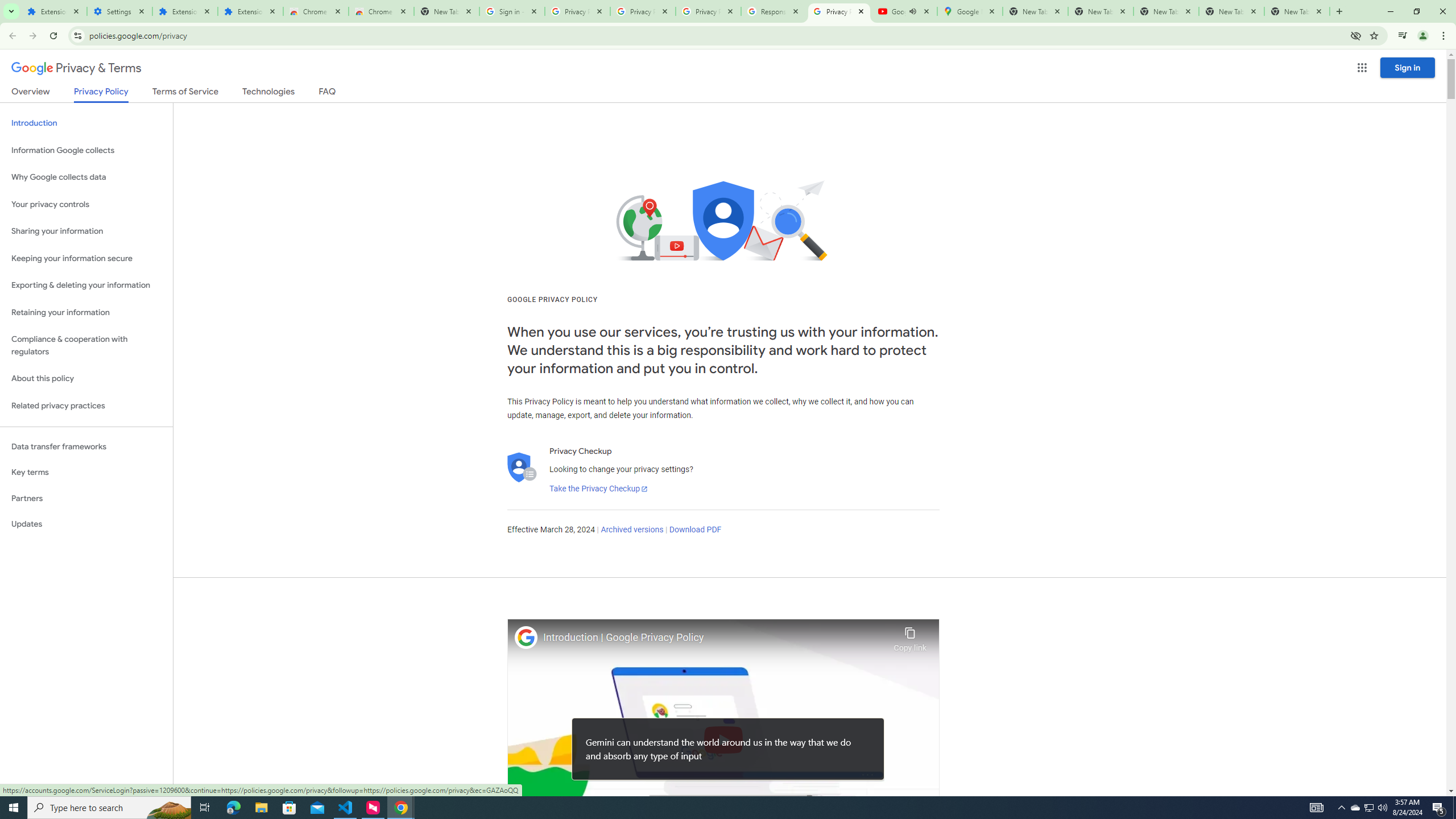 Image resolution: width=1456 pixels, height=819 pixels. I want to click on 'Why Google collects data', so click(86, 176).